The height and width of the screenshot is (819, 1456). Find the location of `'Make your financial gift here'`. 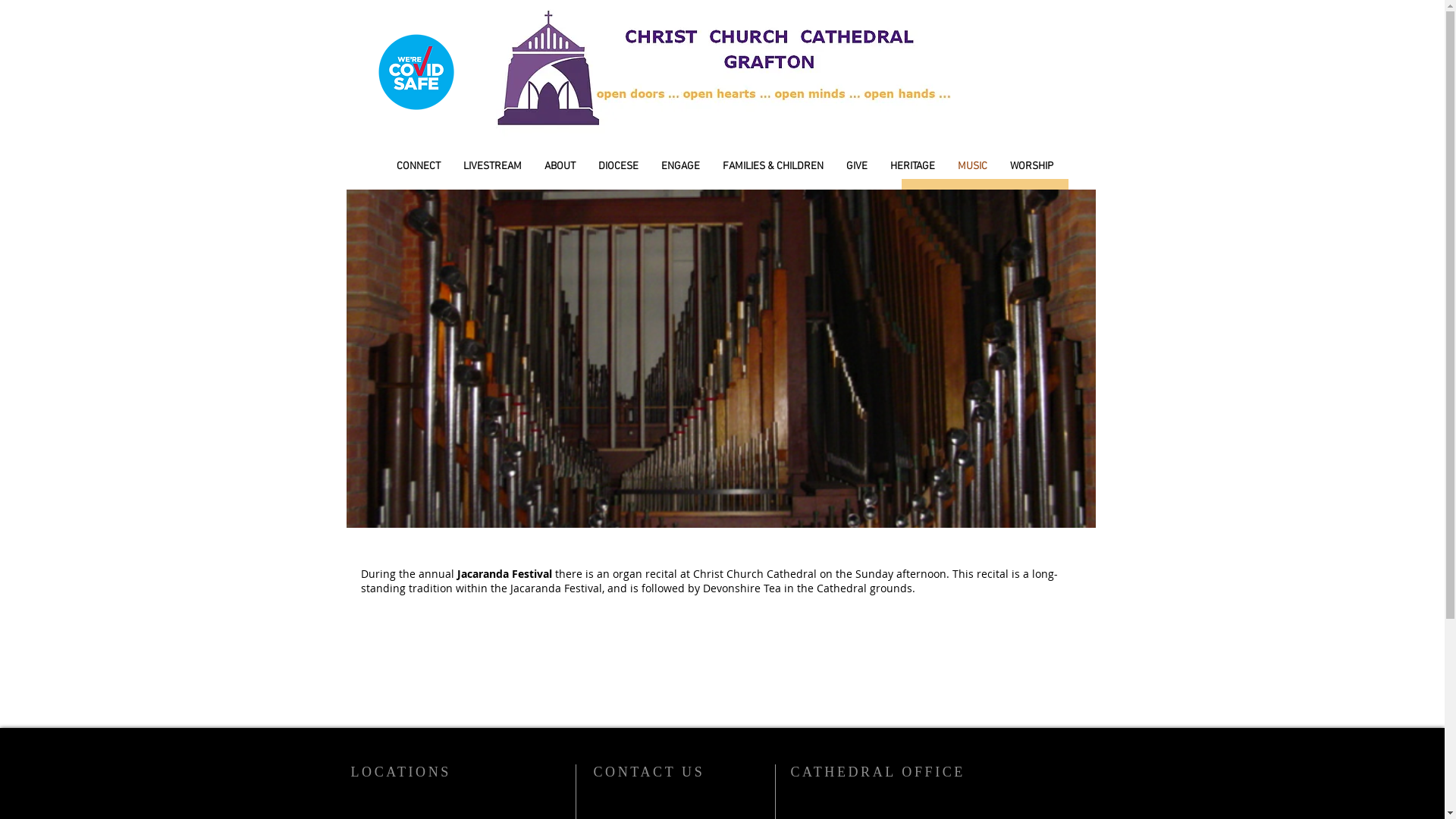

'Make your financial gift here' is located at coordinates (901, 195).